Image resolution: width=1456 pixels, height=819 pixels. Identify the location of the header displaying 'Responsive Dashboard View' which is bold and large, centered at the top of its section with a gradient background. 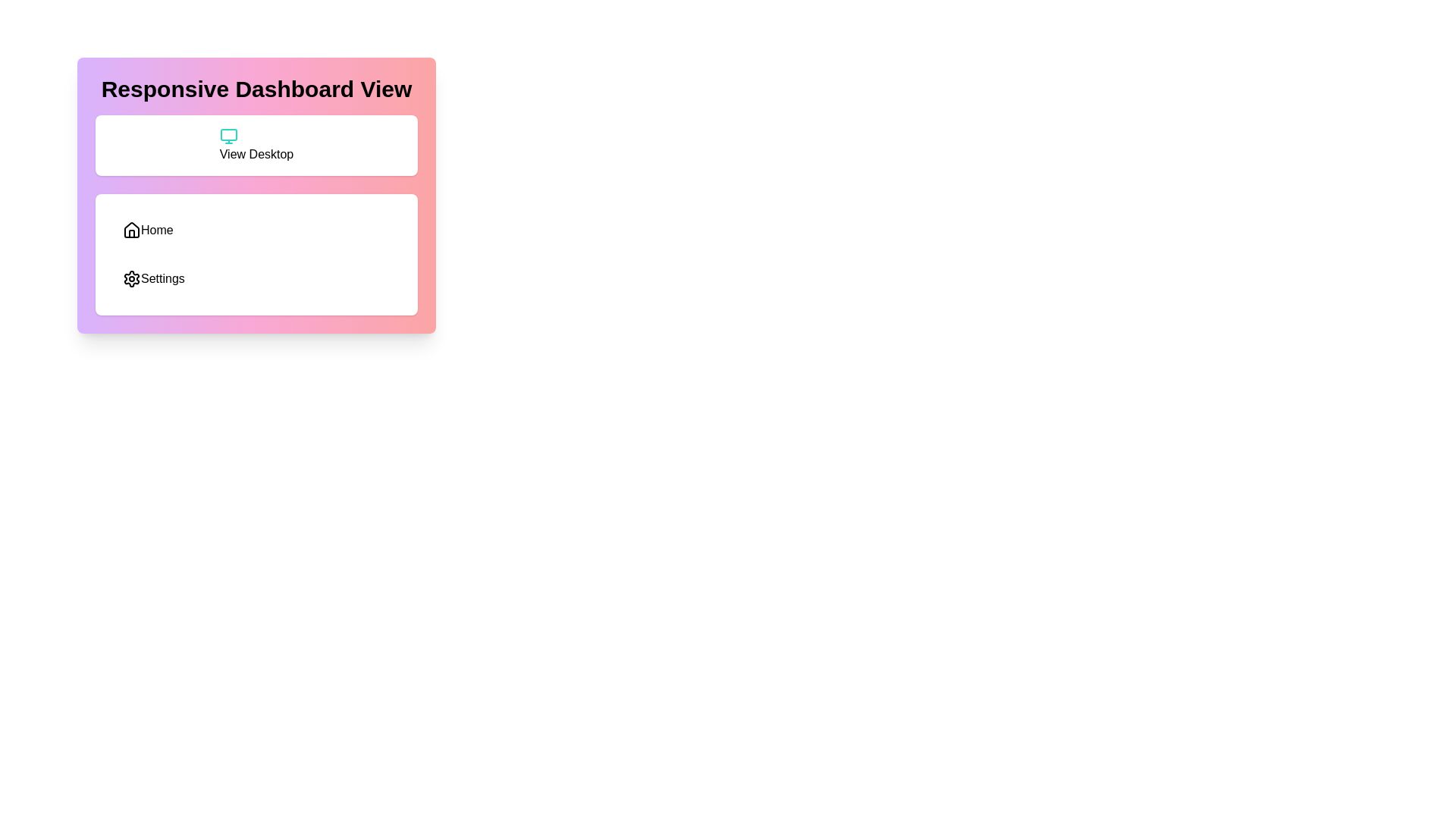
(256, 89).